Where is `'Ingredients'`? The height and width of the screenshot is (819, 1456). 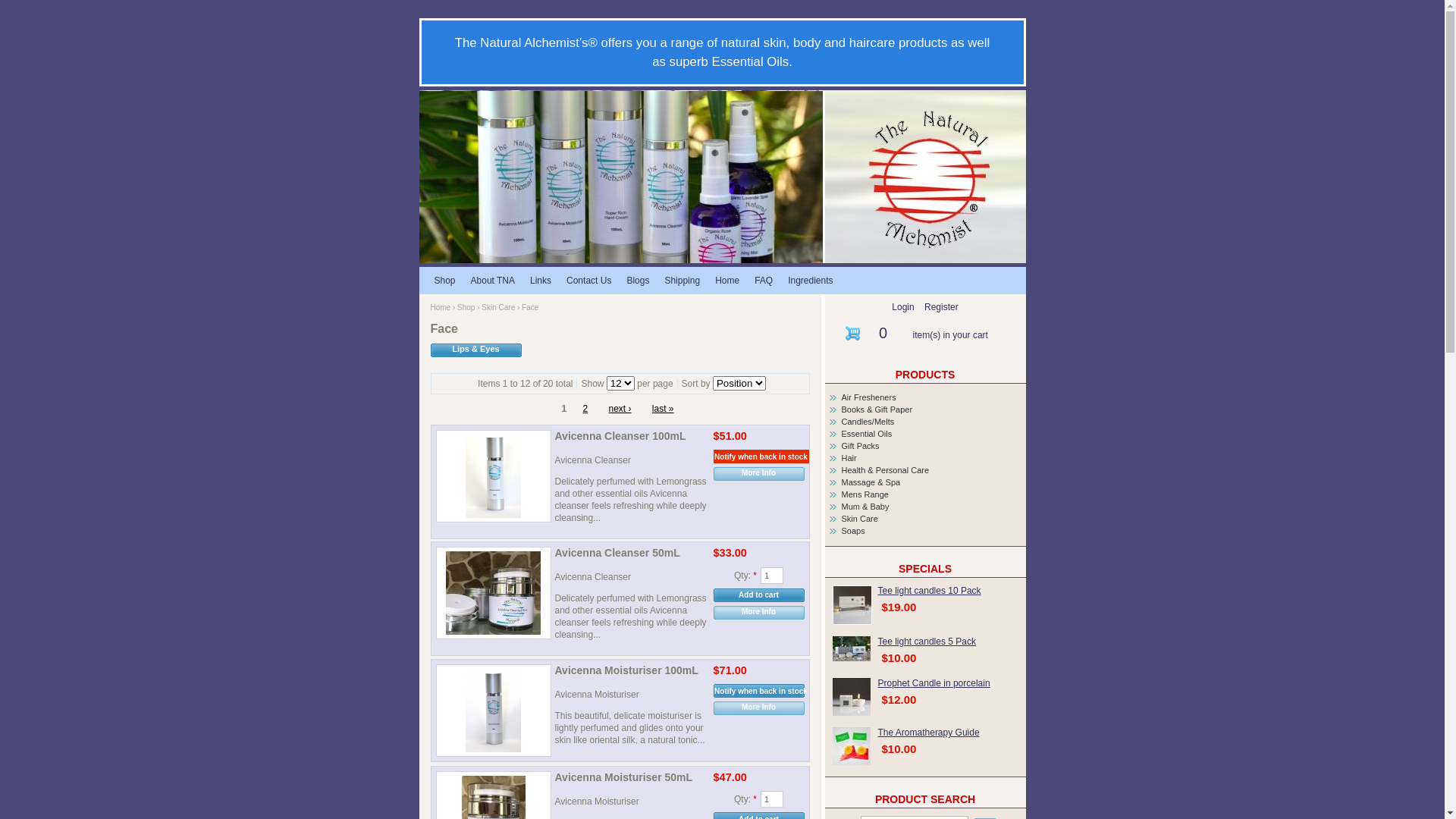
'Ingredients' is located at coordinates (809, 280).